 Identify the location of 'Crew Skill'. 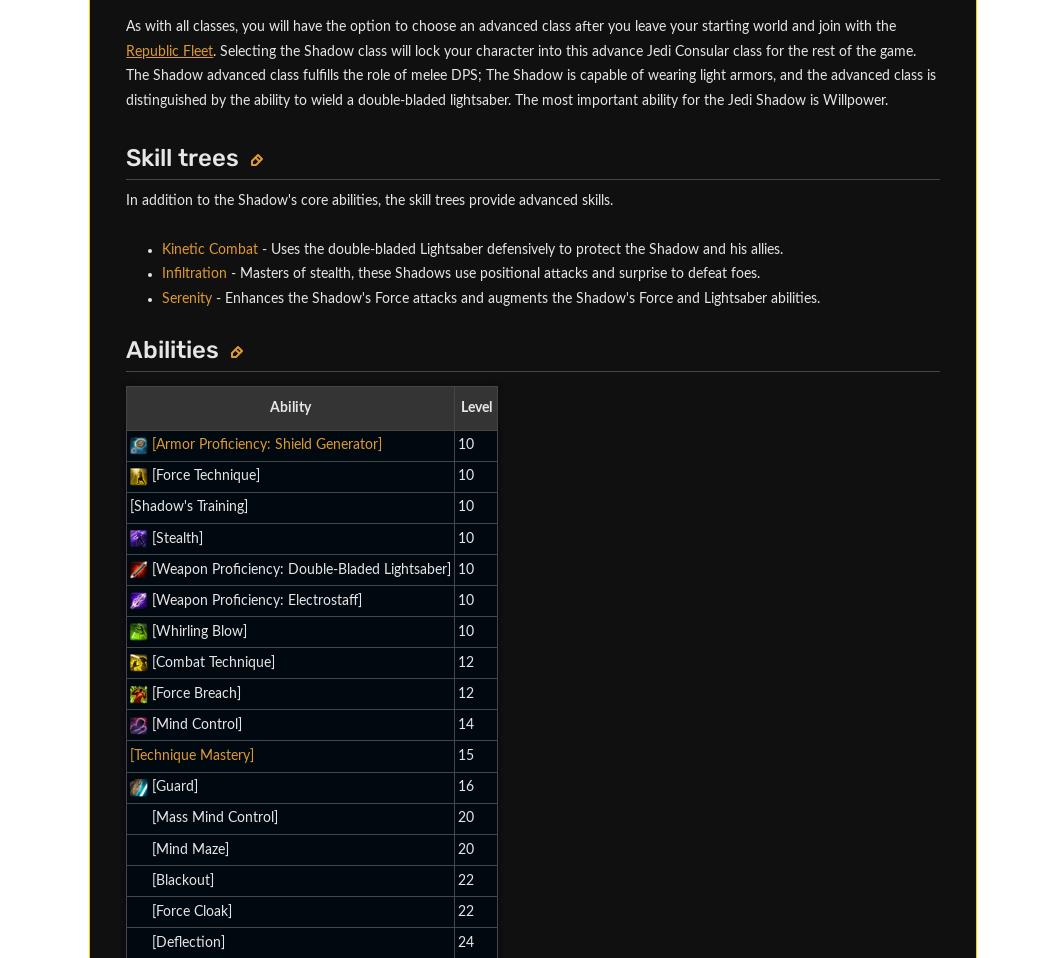
(223, 227).